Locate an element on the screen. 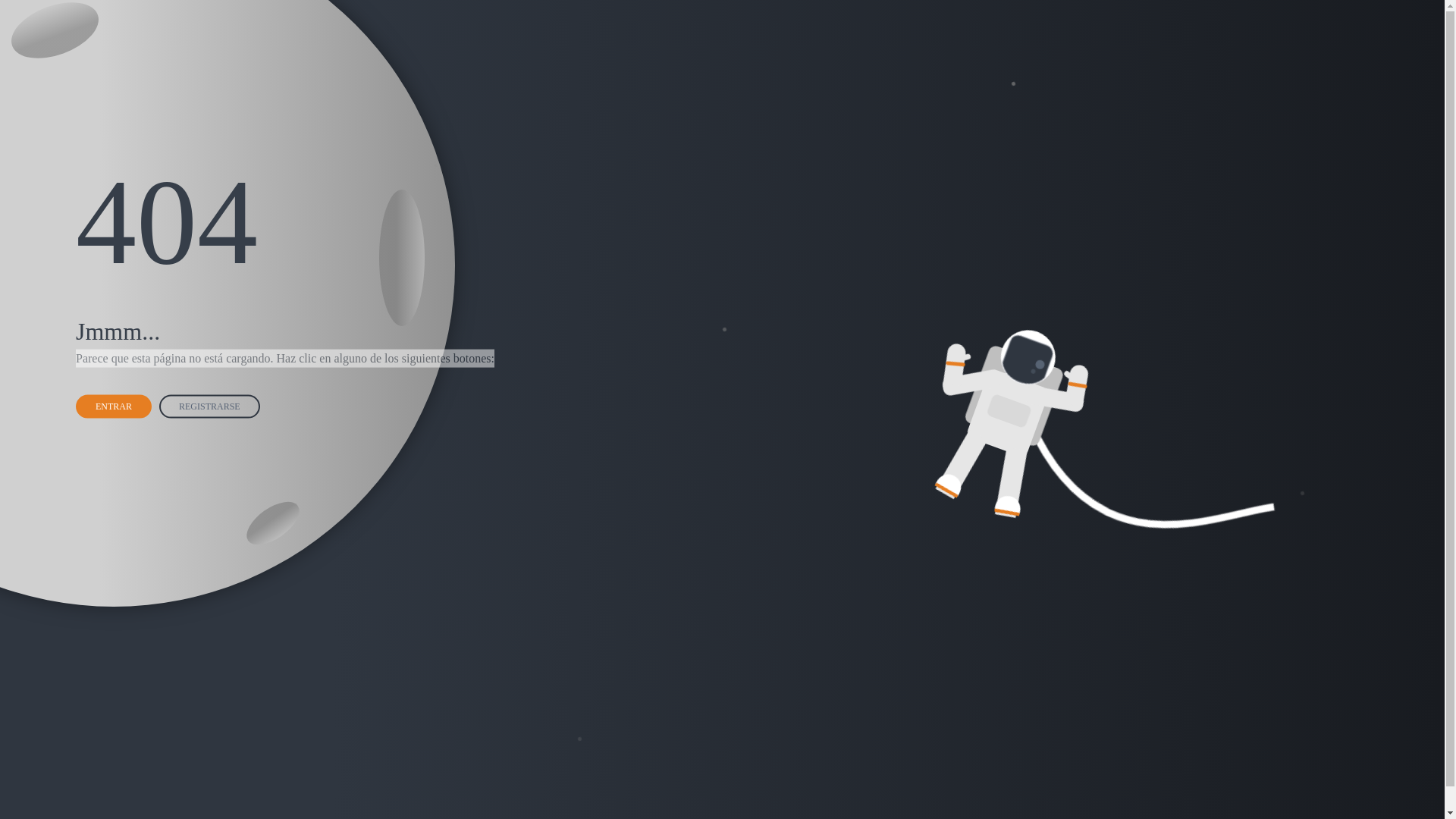 This screenshot has height=819, width=1456. 'REGISTRARSE' is located at coordinates (159, 406).